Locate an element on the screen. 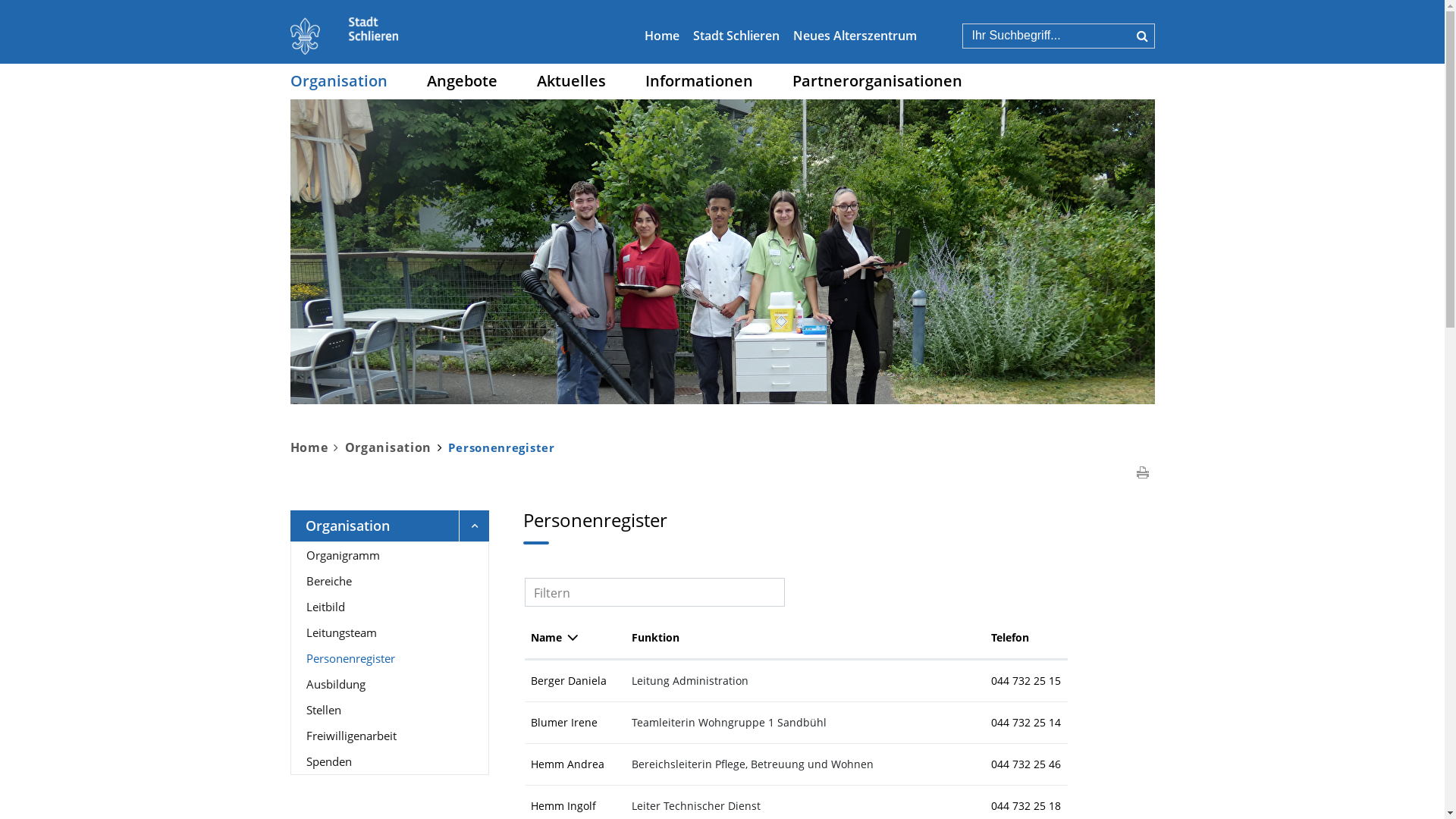  'Bereiche' is located at coordinates (390, 580).